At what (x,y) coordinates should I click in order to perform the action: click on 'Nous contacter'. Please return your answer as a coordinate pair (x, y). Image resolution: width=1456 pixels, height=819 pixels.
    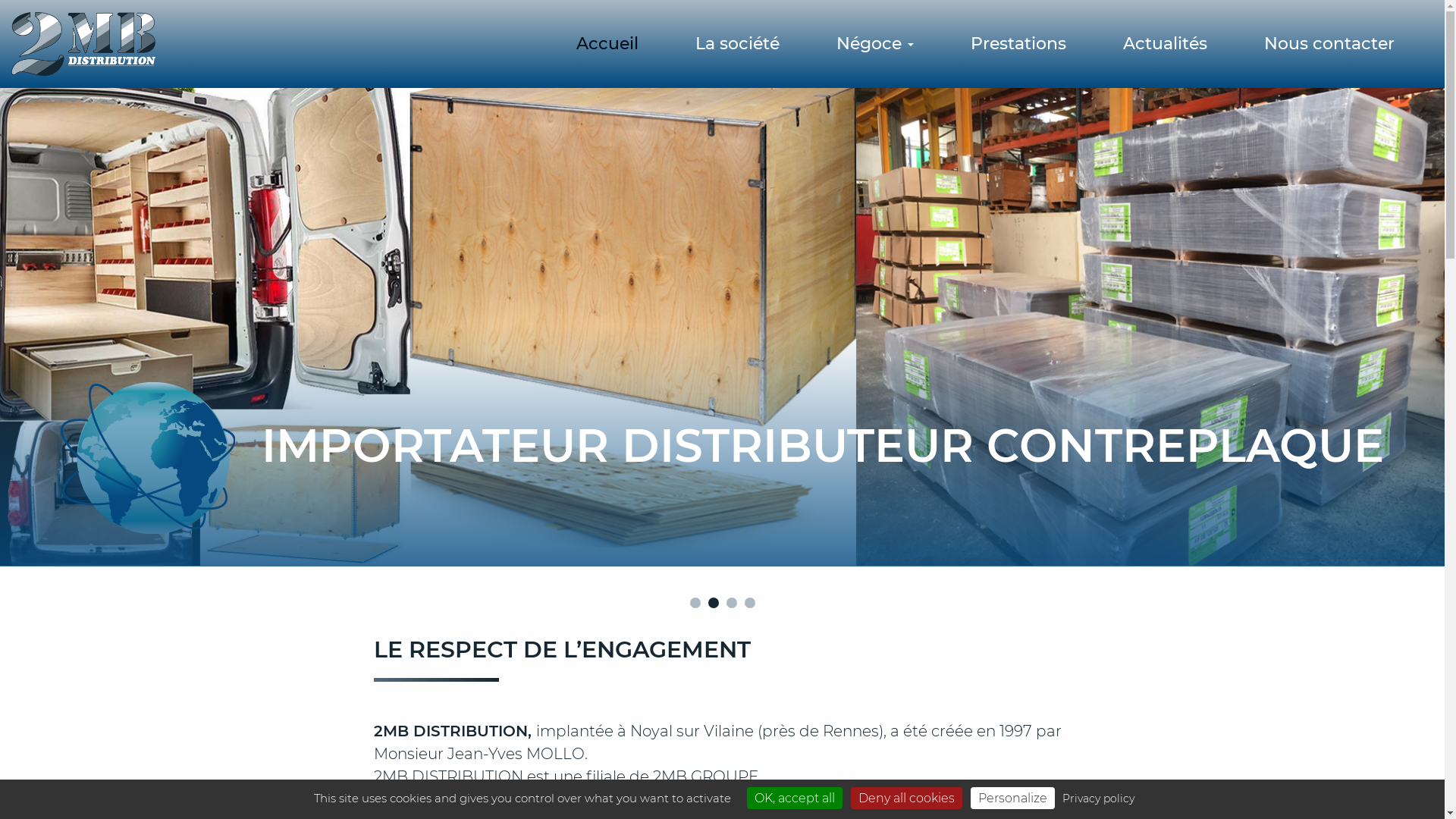
    Looking at the image, I should click on (1328, 42).